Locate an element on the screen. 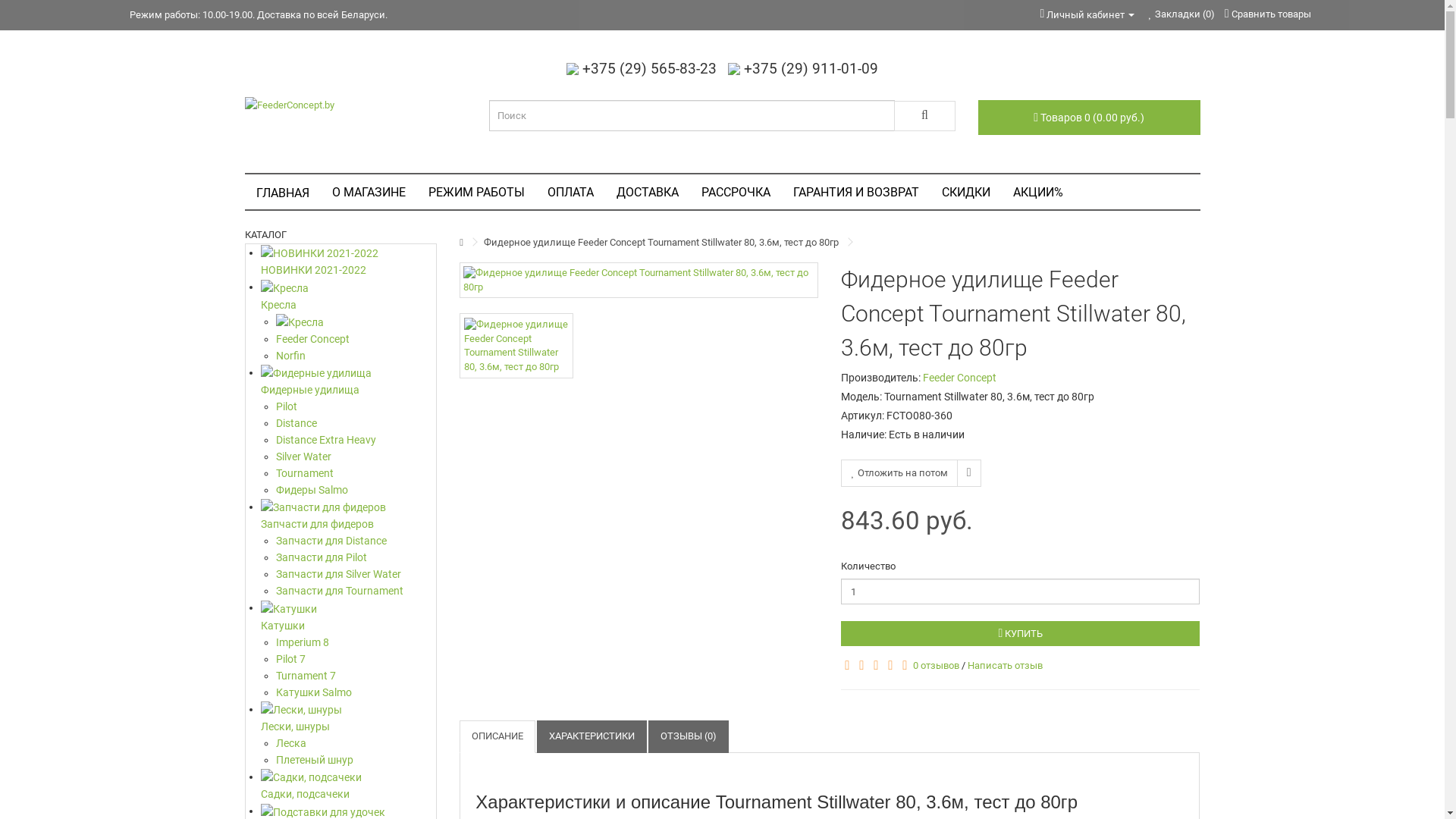 This screenshot has height=819, width=1456. 'Imperium 8' is located at coordinates (356, 642).